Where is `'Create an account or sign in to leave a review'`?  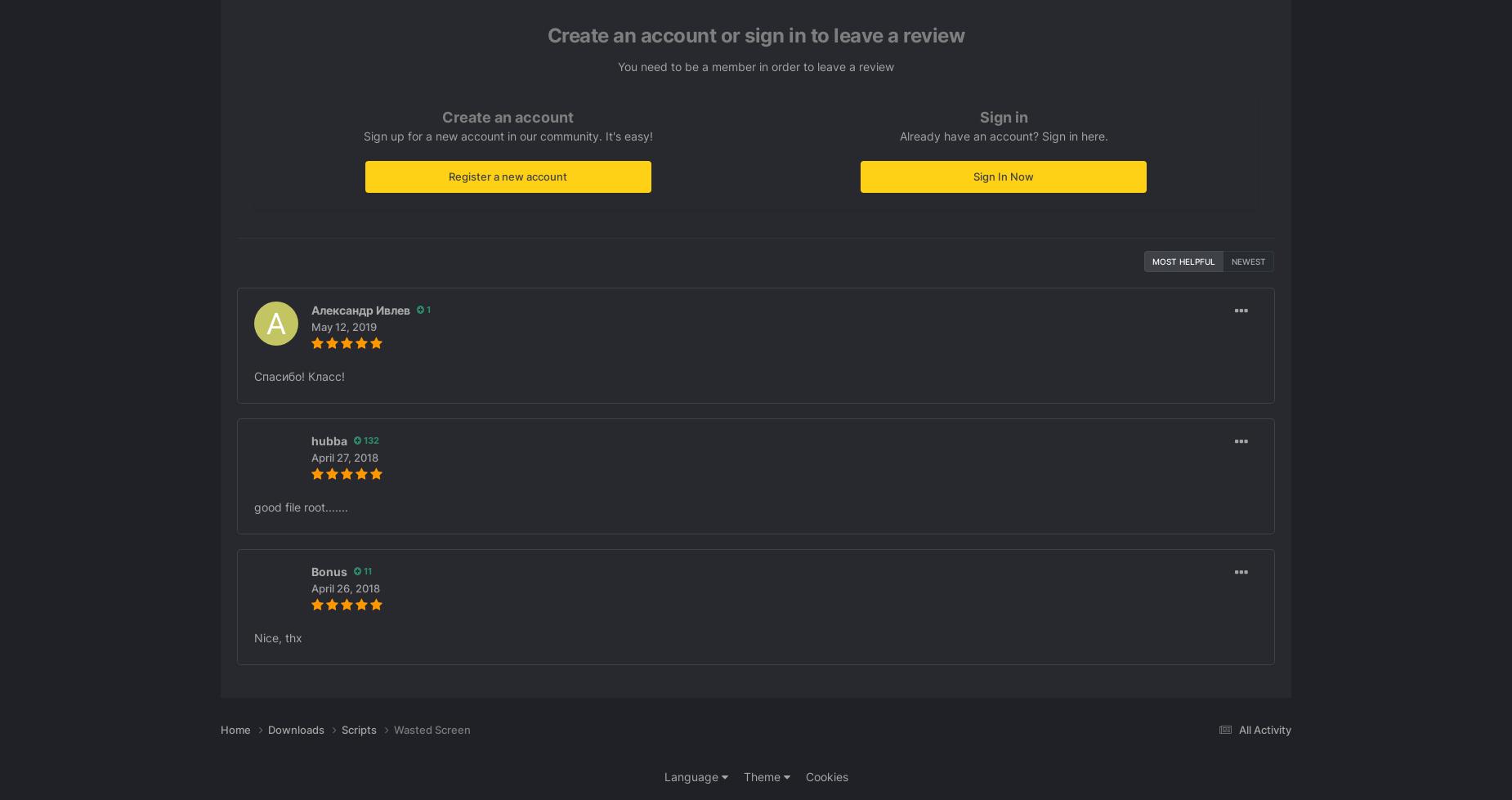 'Create an account or sign in to leave a review' is located at coordinates (755, 35).